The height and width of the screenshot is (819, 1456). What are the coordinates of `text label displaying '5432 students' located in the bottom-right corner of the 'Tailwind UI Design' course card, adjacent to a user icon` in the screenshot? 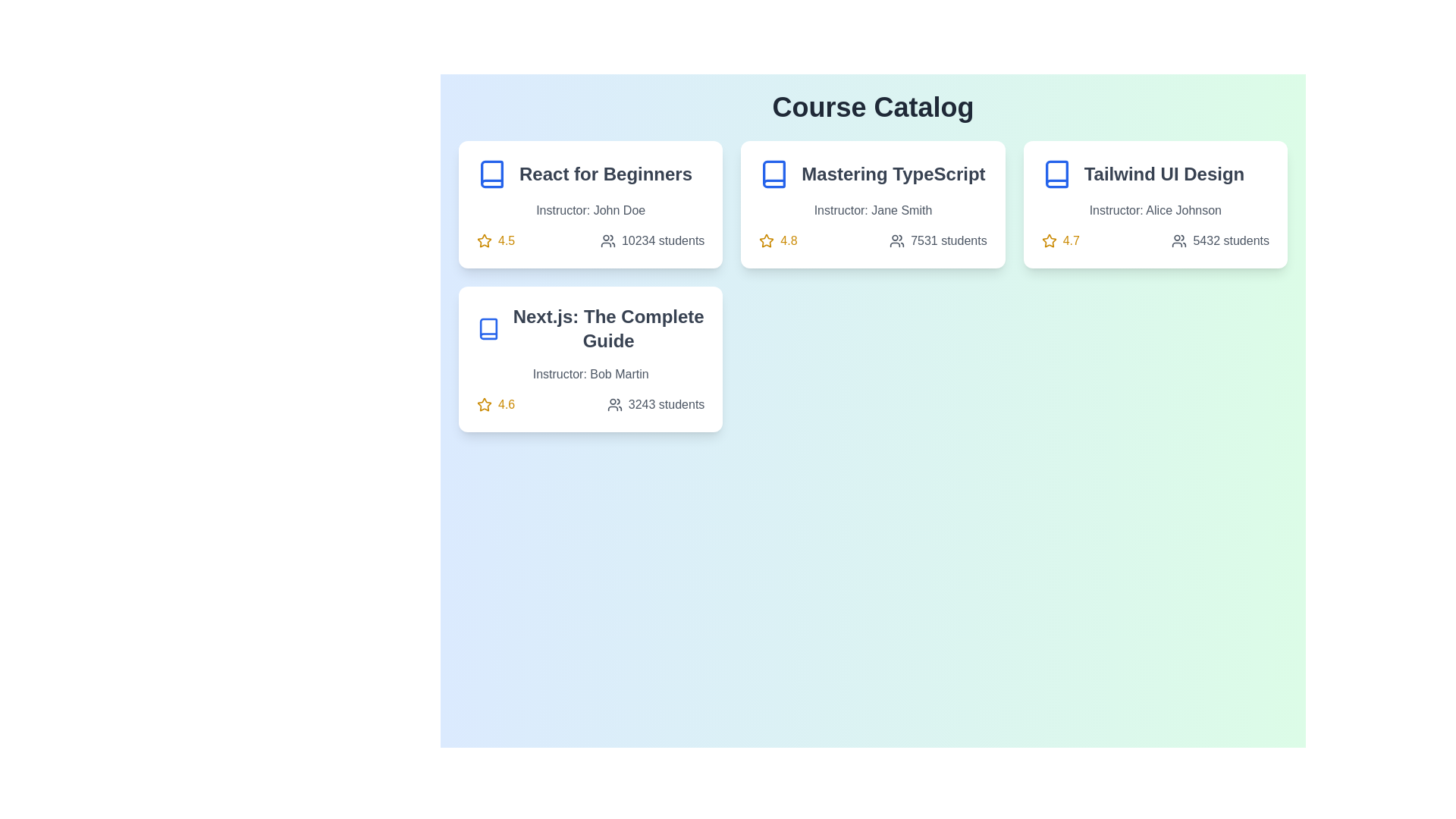 It's located at (1231, 240).